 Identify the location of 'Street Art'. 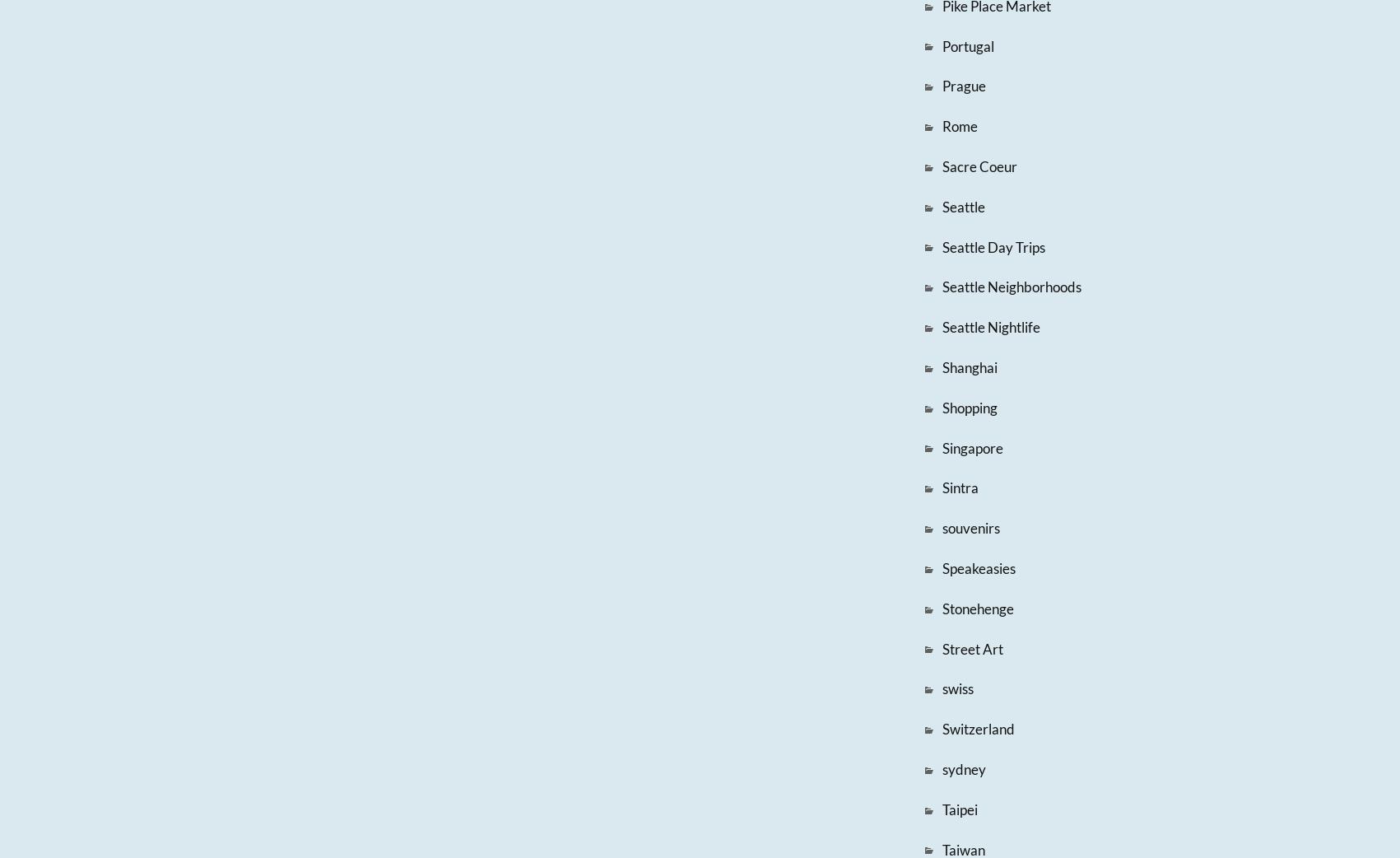
(940, 648).